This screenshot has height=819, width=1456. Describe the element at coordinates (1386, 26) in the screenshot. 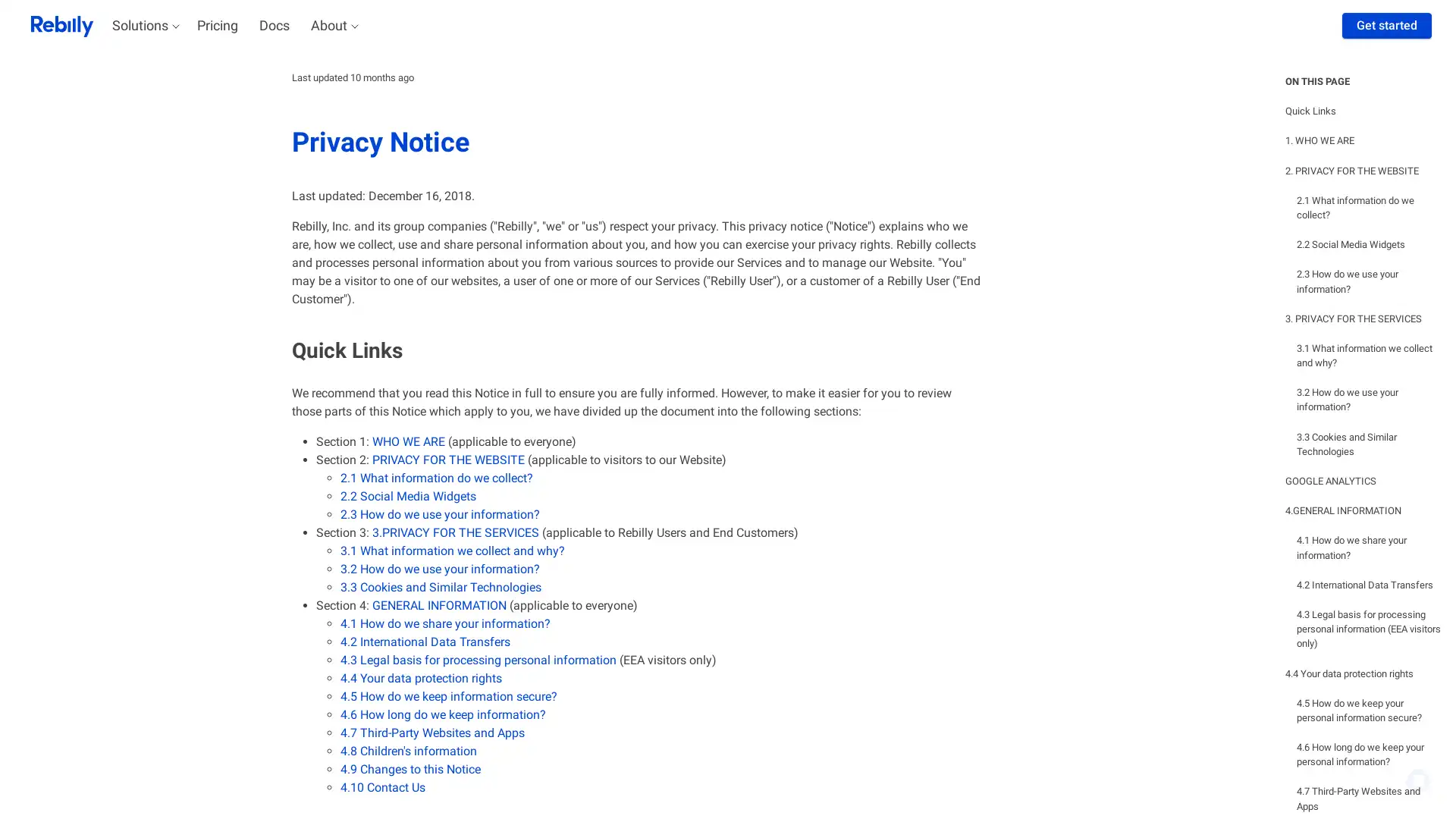

I see `Get started` at that location.